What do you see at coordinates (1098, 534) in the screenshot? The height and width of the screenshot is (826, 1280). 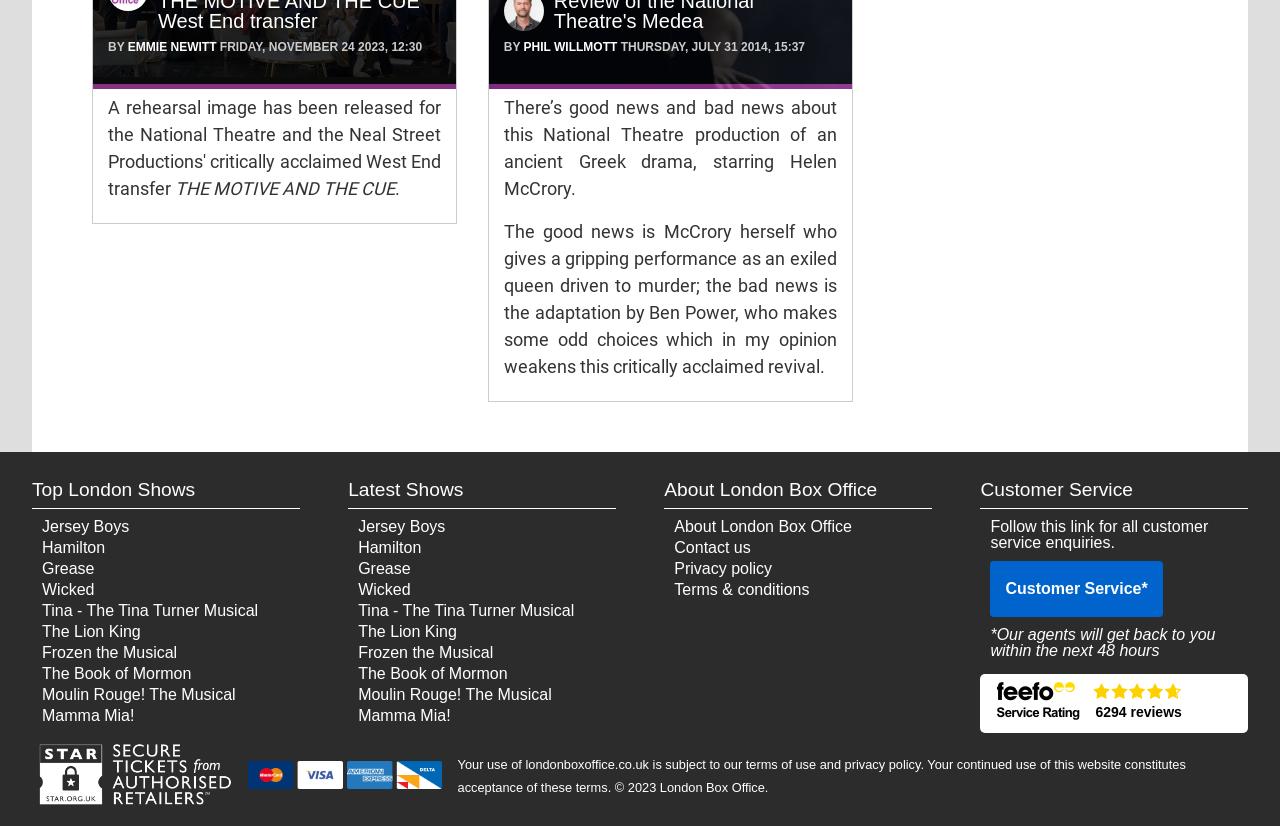 I see `'Follow this link for all customer service enquiries.'` at bounding box center [1098, 534].